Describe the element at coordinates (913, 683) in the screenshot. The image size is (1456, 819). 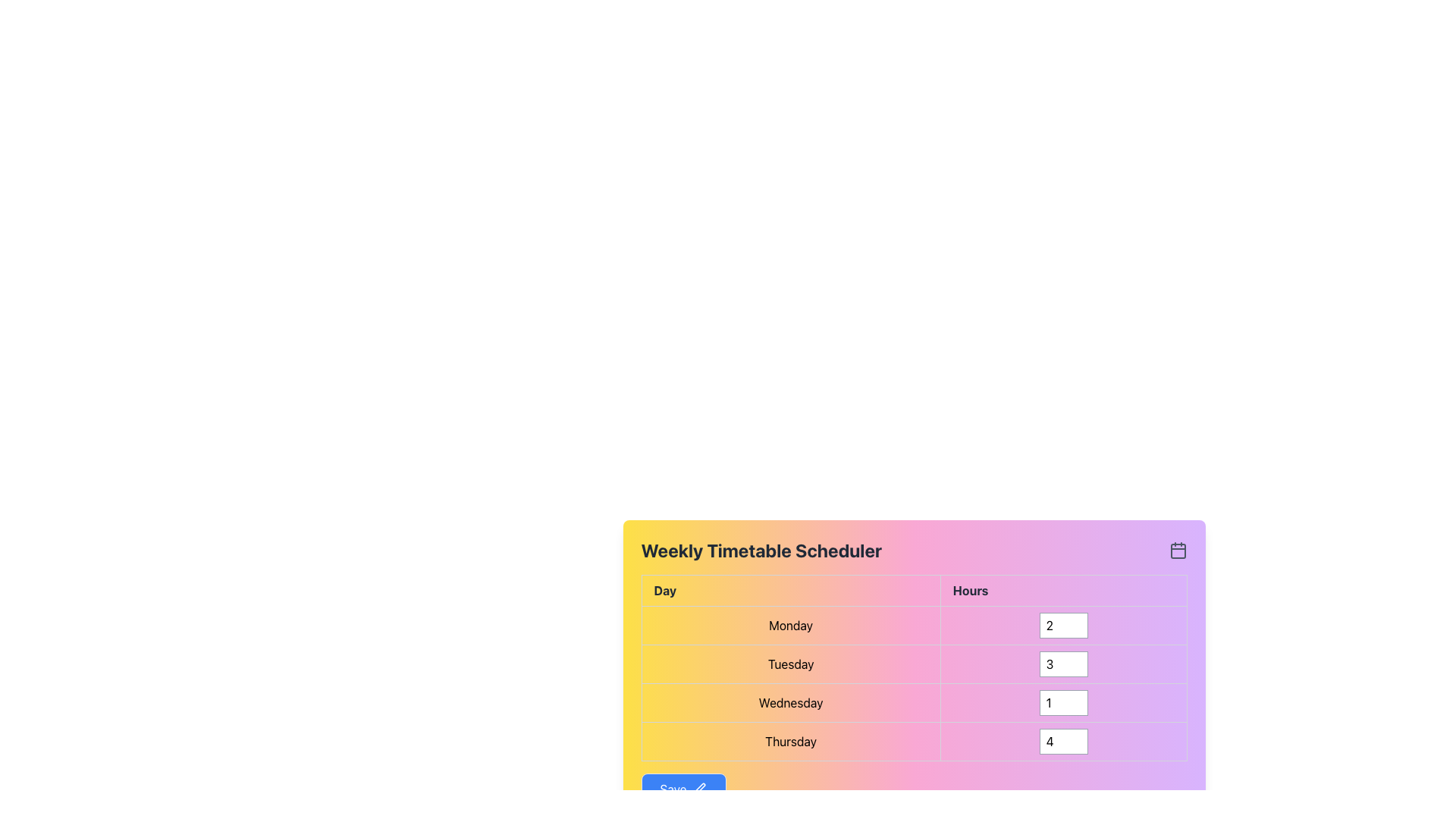
I see `the table cell located in the second row under 'Tuesday' in the column titled 'Hours'` at that location.